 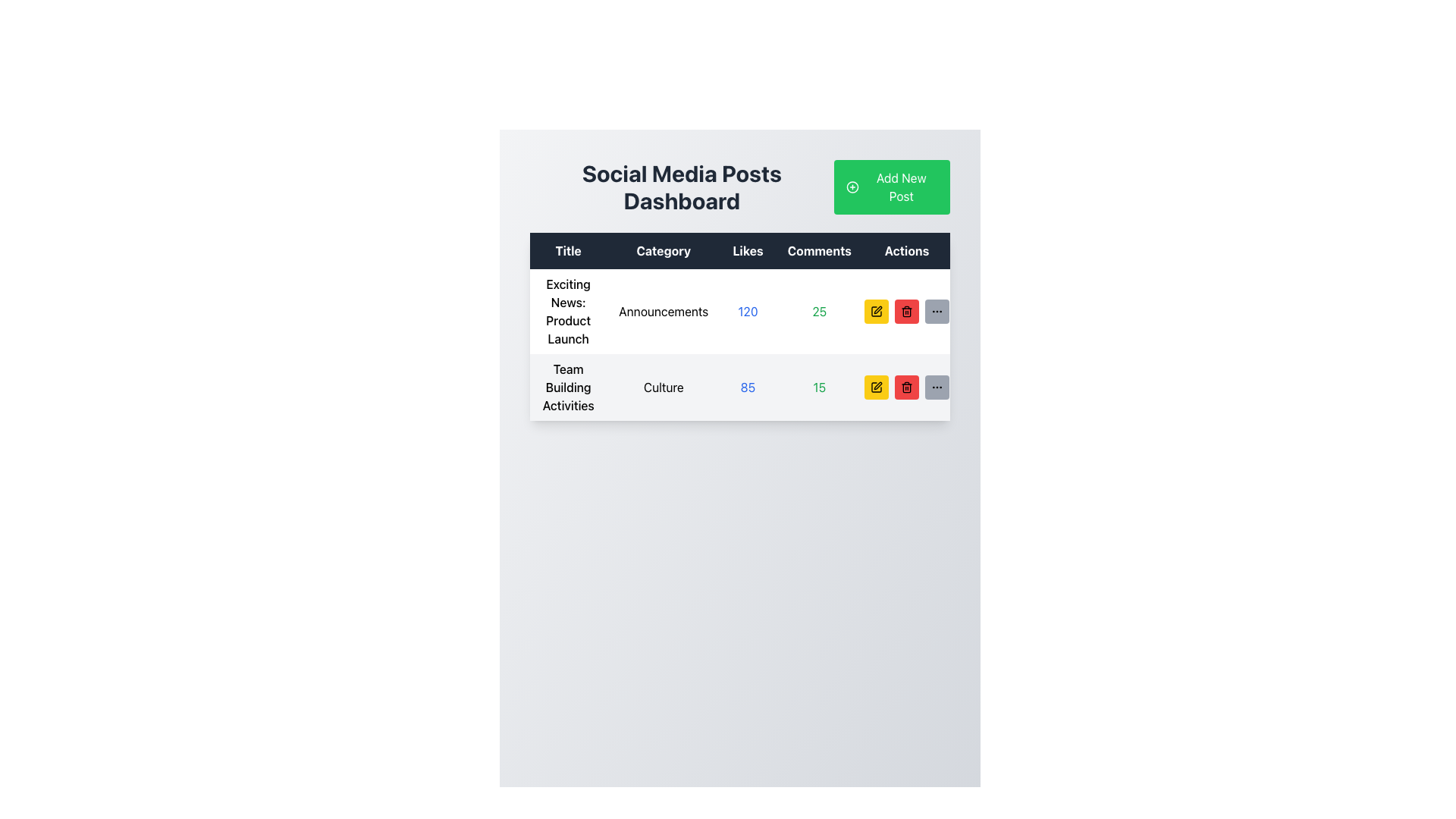 I want to click on the delete button in the Actions column of the table, so click(x=906, y=311).